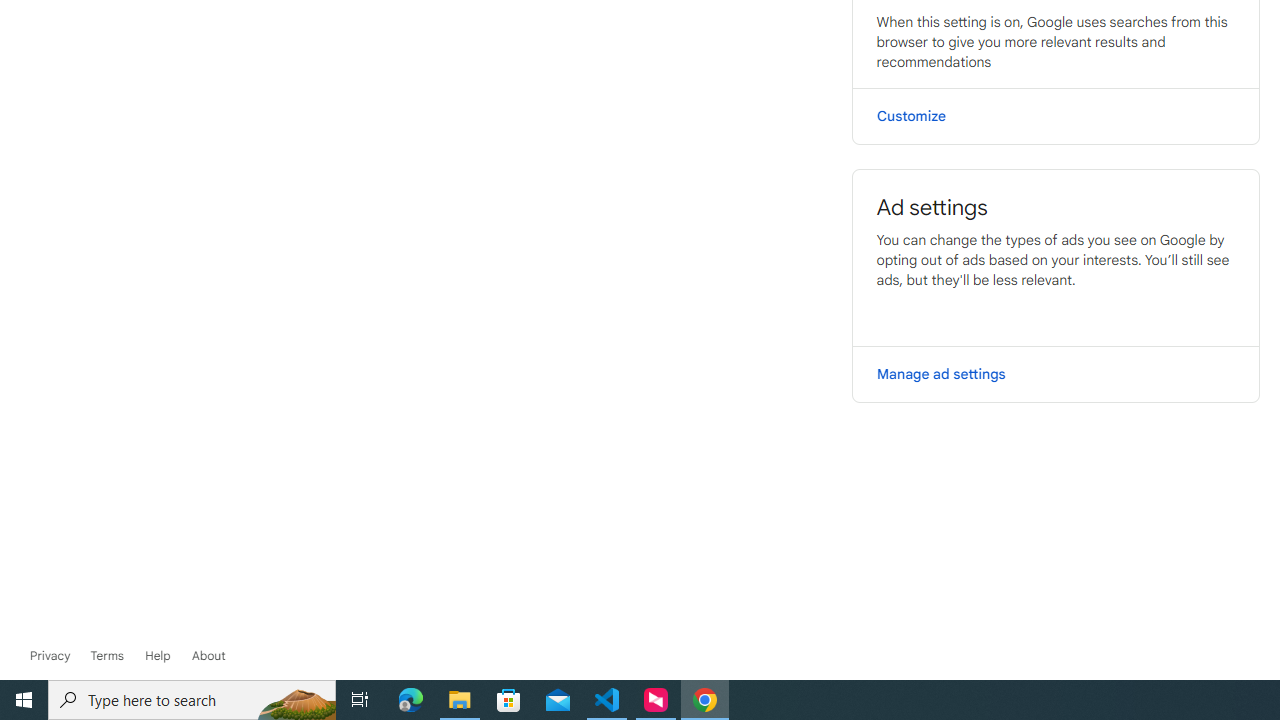 The width and height of the screenshot is (1280, 720). I want to click on 'Learn more about Google Account', so click(208, 655).